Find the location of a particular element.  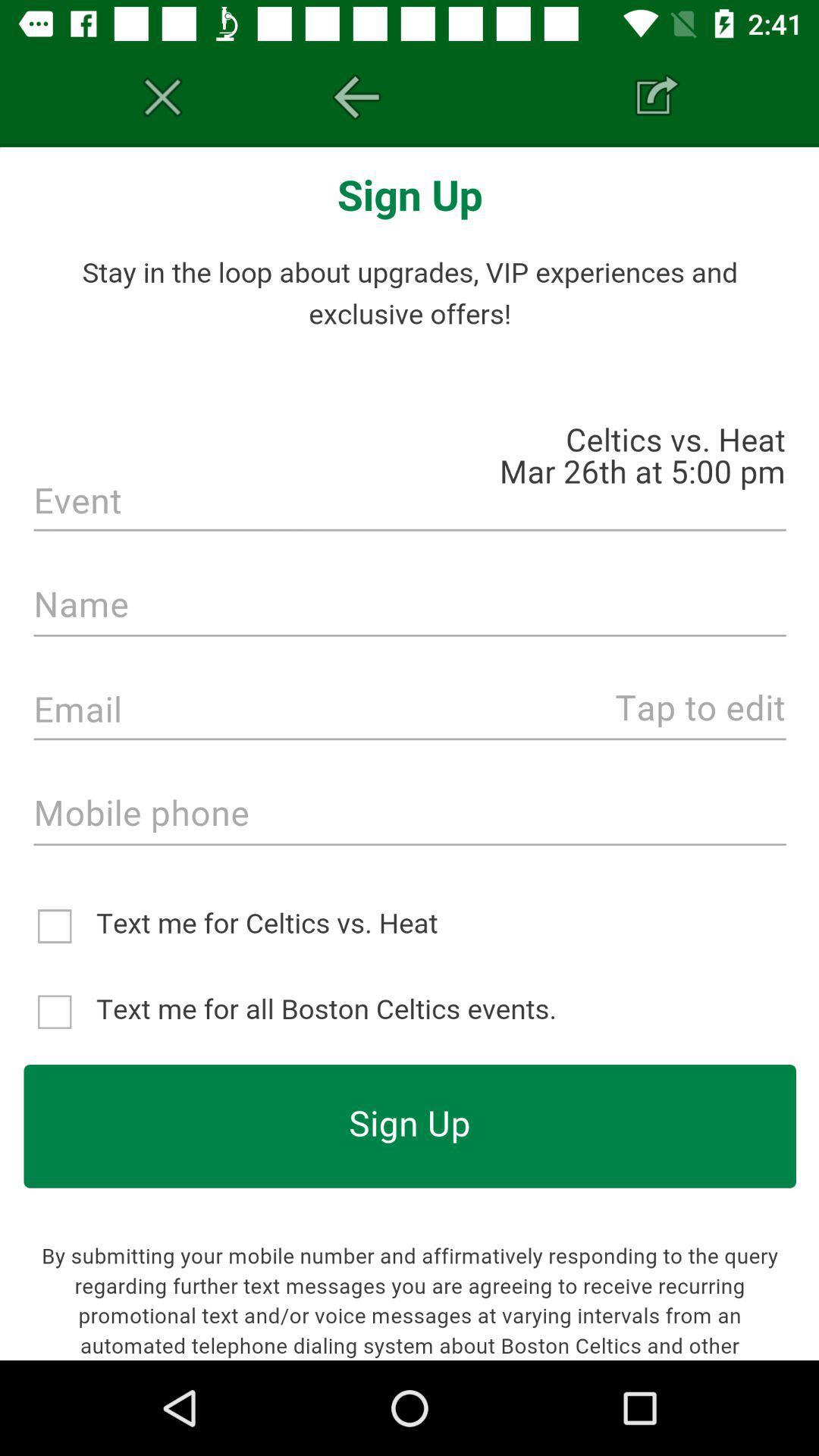

share the page is located at coordinates (655, 96).